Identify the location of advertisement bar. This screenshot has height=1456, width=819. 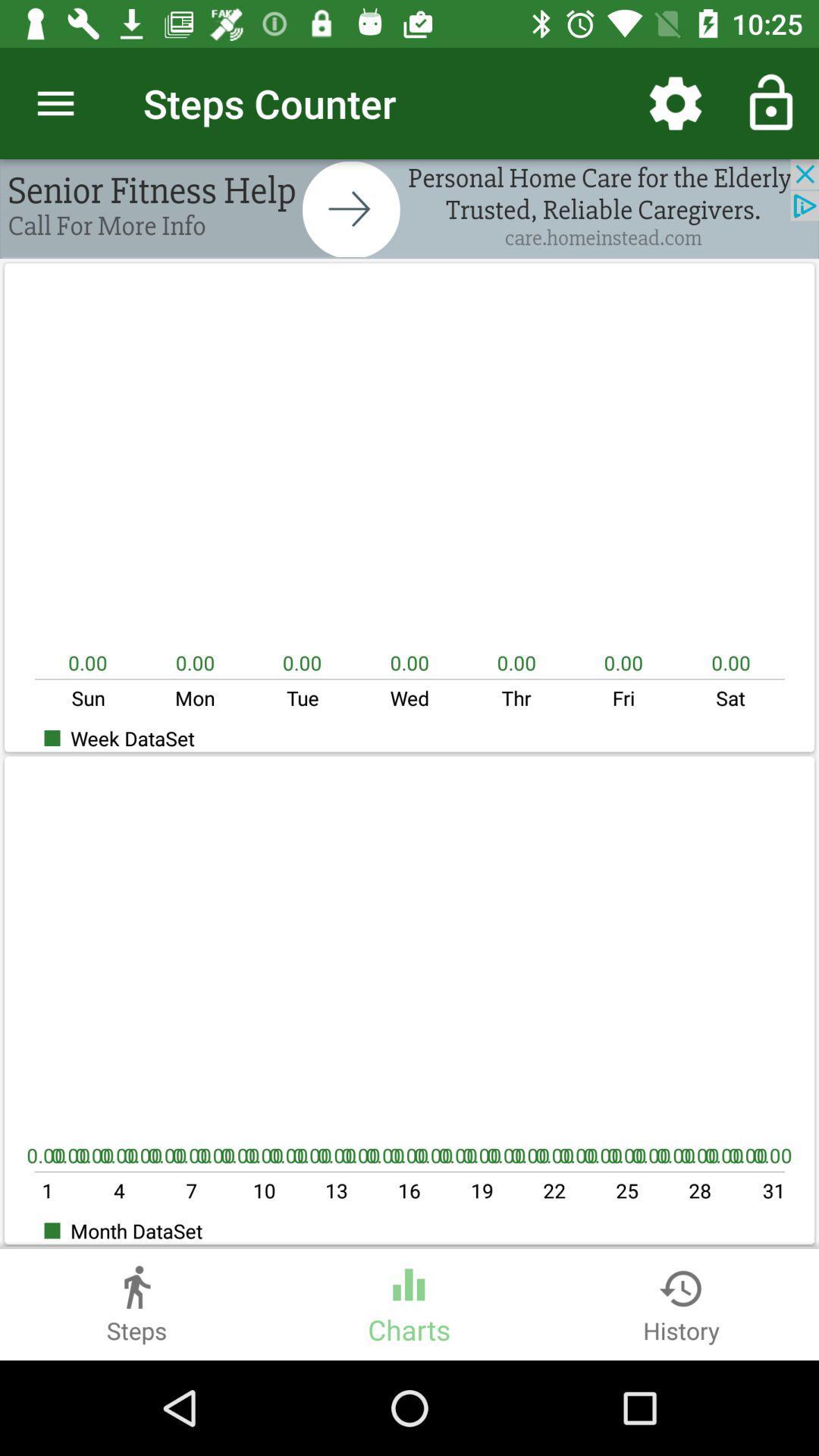
(409, 208).